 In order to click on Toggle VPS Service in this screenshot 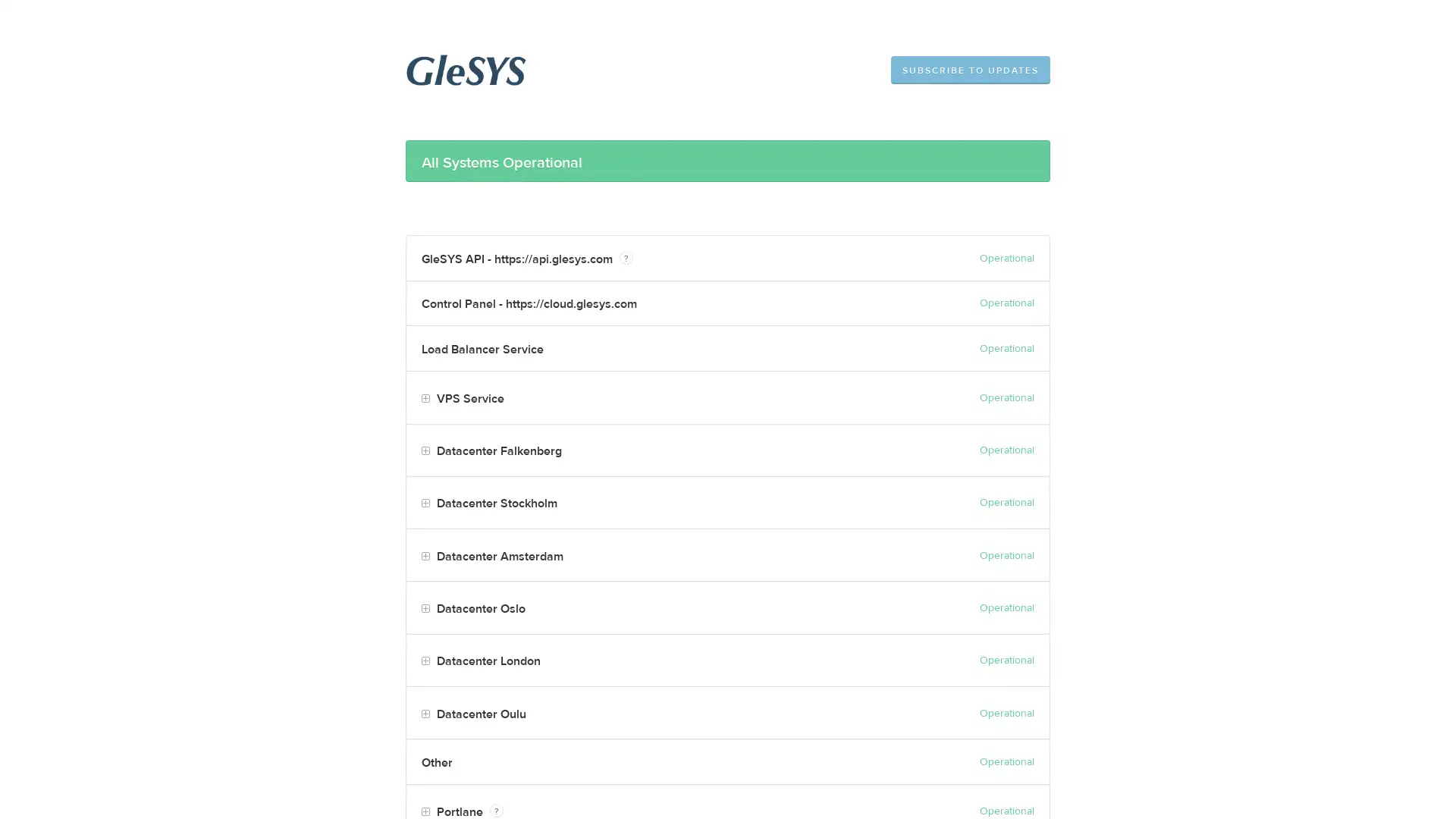, I will do `click(425, 397)`.